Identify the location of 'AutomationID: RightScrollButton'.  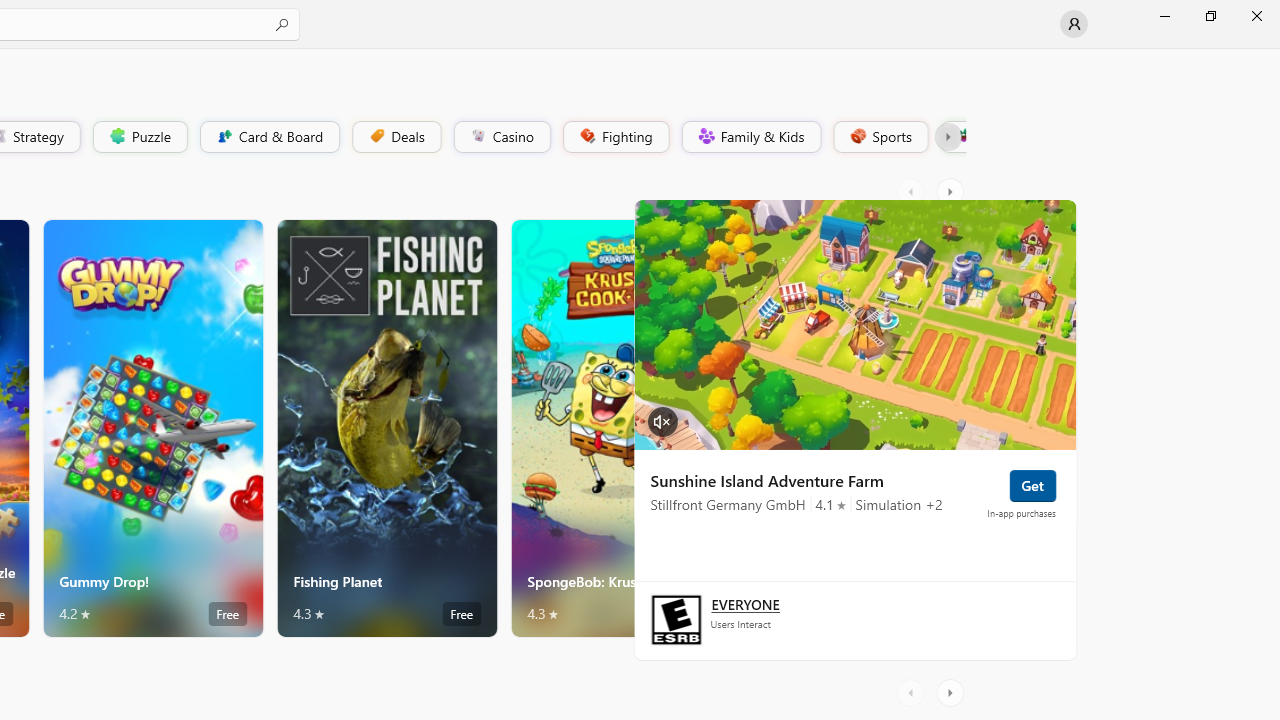
(951, 692).